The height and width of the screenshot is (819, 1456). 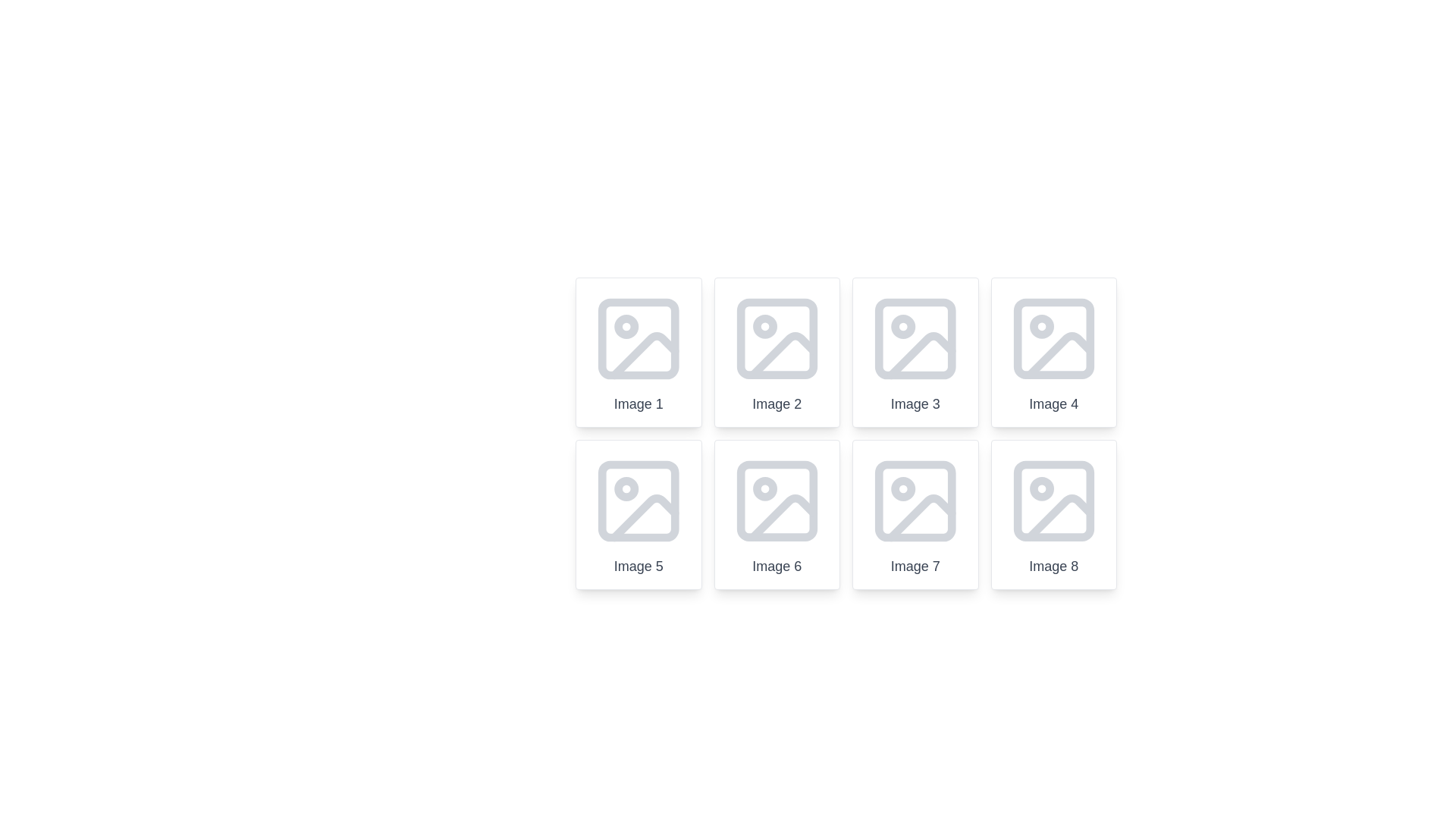 What do you see at coordinates (777, 403) in the screenshot?
I see `the text label displaying 'Image 2' which is styled with a medium-weight font and centered alignment, located beneath an image placeholder in a grid layout` at bounding box center [777, 403].